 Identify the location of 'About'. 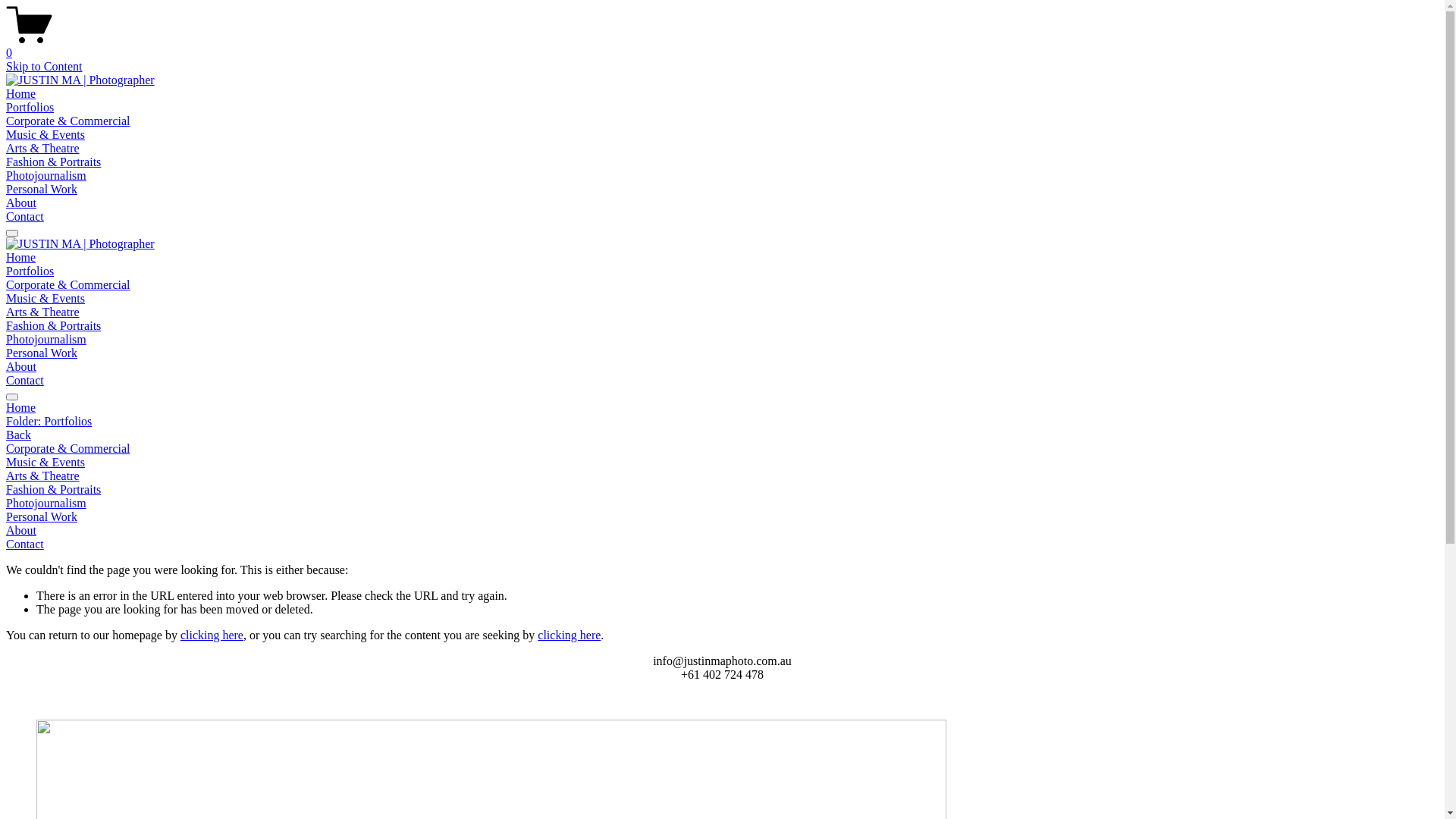
(21, 366).